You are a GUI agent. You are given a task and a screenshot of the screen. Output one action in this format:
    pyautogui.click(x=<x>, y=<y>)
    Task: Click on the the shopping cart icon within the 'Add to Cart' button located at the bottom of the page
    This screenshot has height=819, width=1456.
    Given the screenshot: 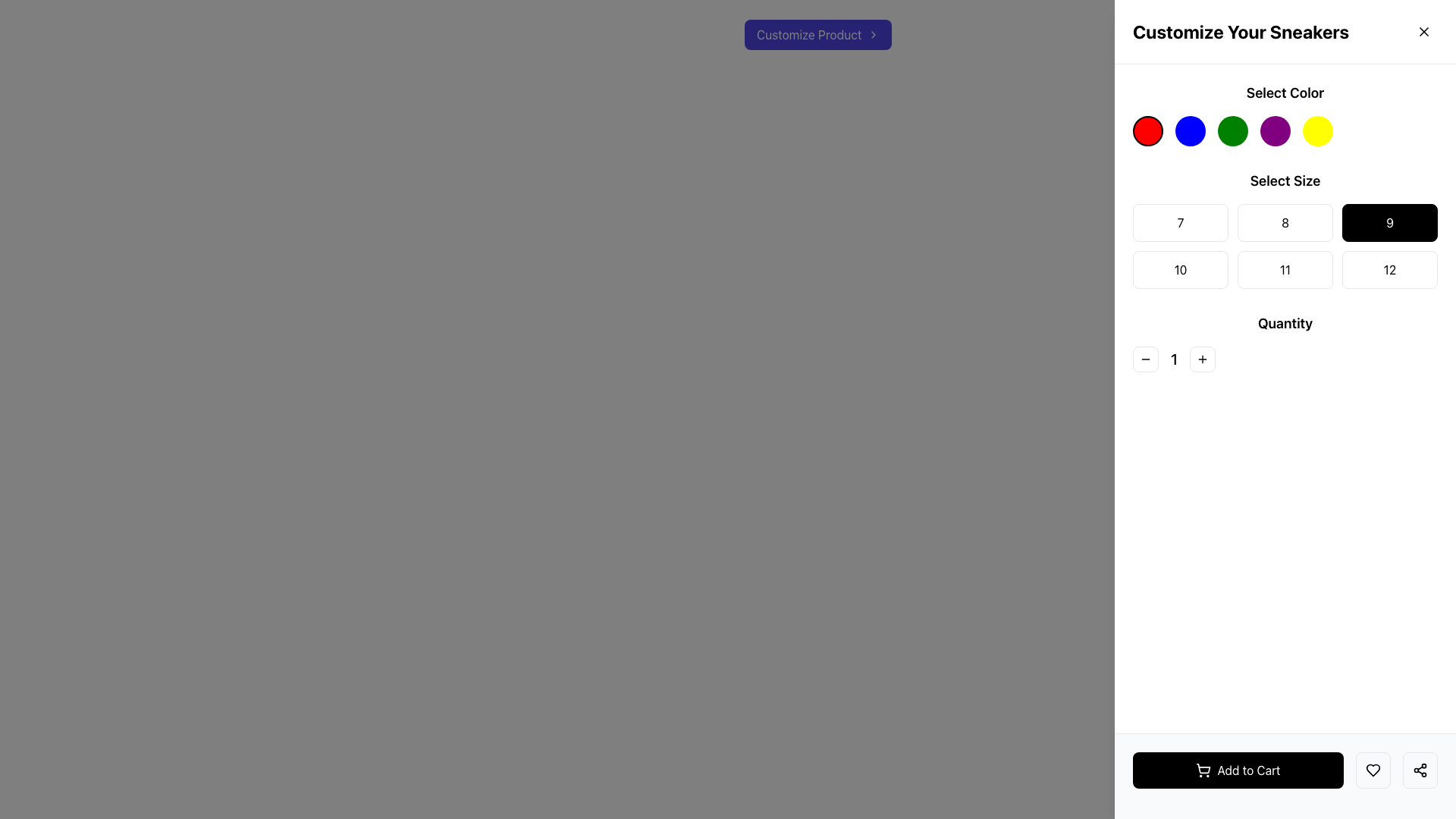 What is the action you would take?
    pyautogui.click(x=1203, y=768)
    